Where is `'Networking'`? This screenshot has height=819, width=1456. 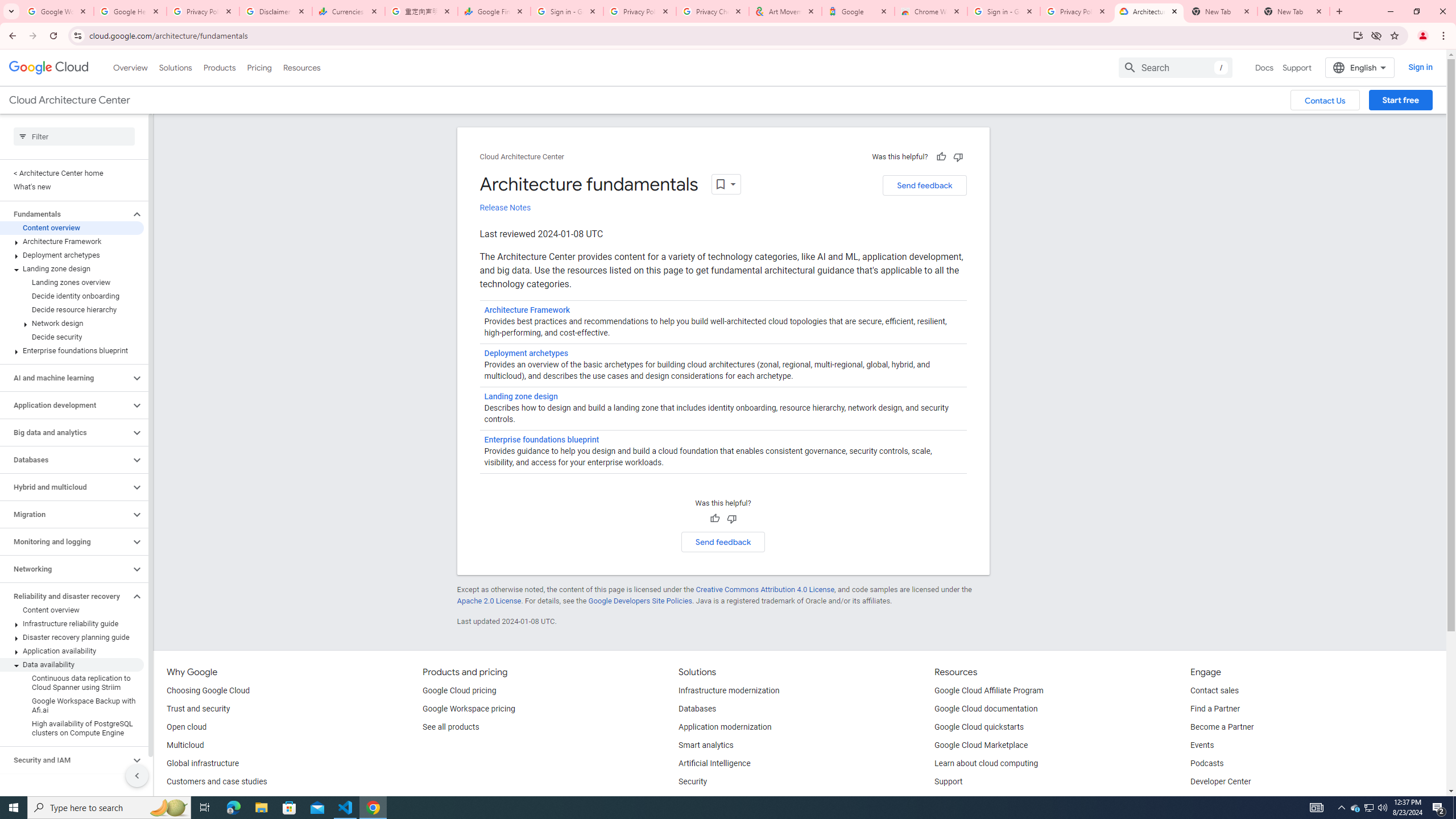
'Networking' is located at coordinates (64, 568).